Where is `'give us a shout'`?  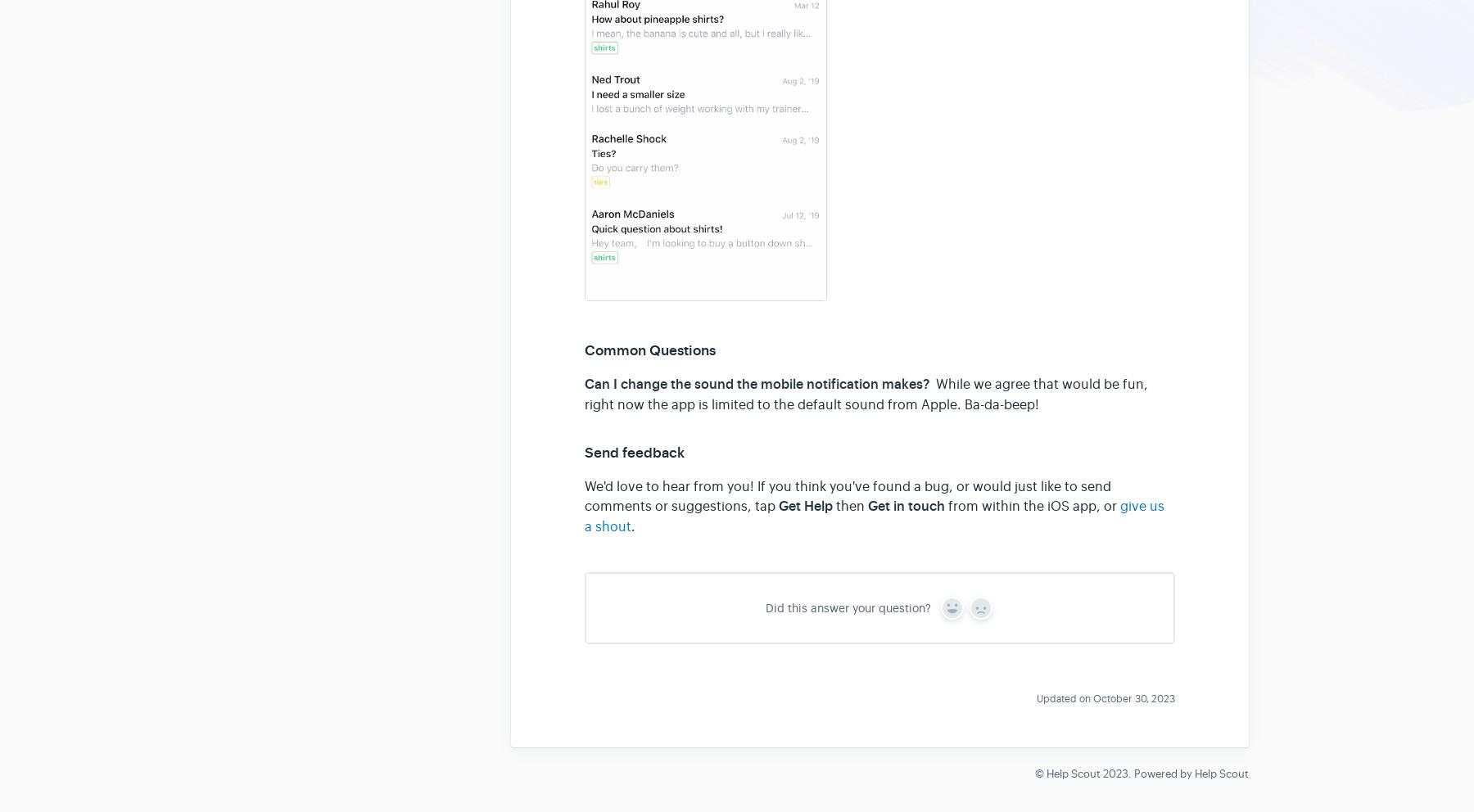
'give us a shout' is located at coordinates (874, 517).